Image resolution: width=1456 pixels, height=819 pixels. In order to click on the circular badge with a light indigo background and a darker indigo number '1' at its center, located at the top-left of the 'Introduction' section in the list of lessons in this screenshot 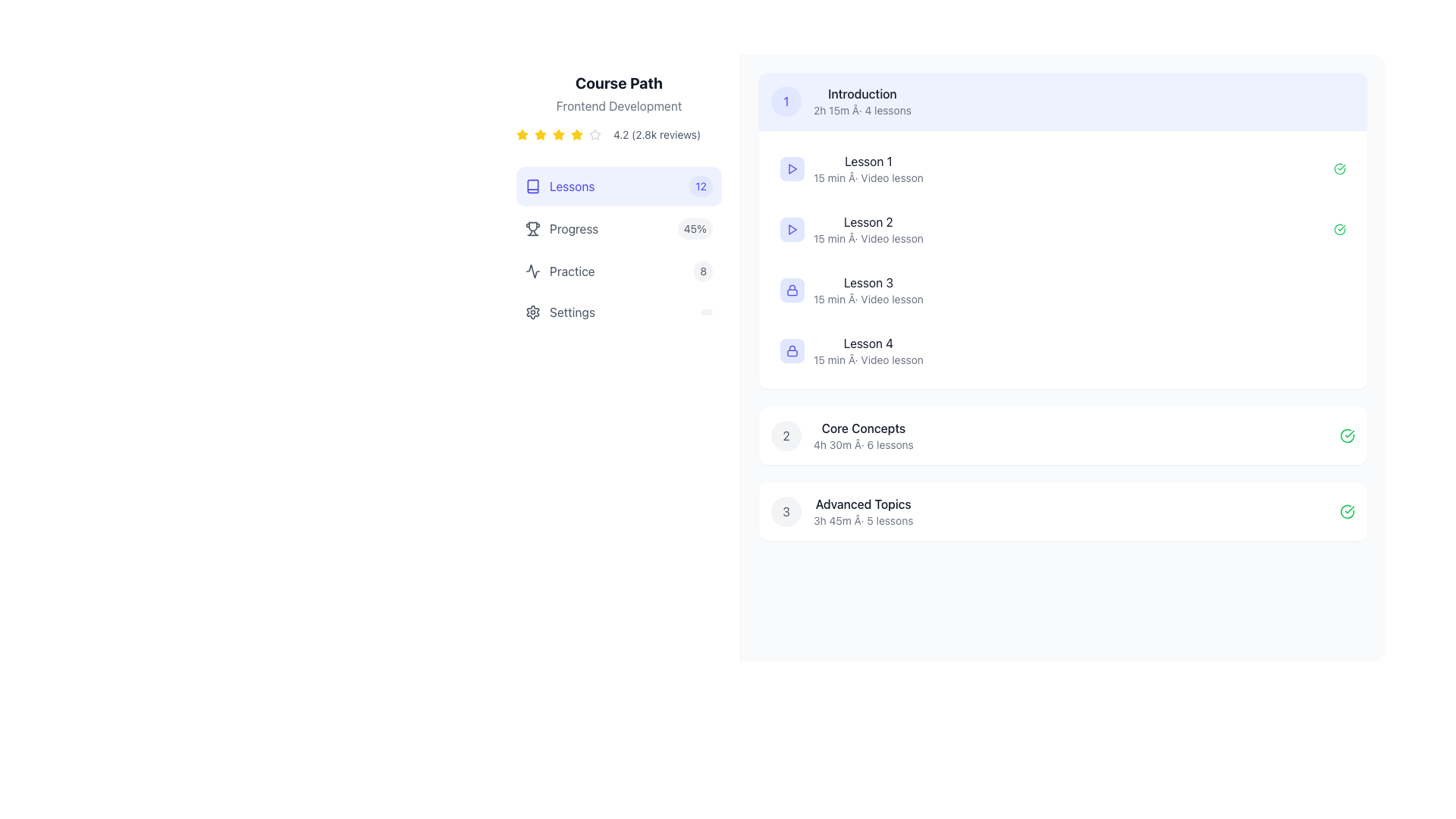, I will do `click(786, 102)`.